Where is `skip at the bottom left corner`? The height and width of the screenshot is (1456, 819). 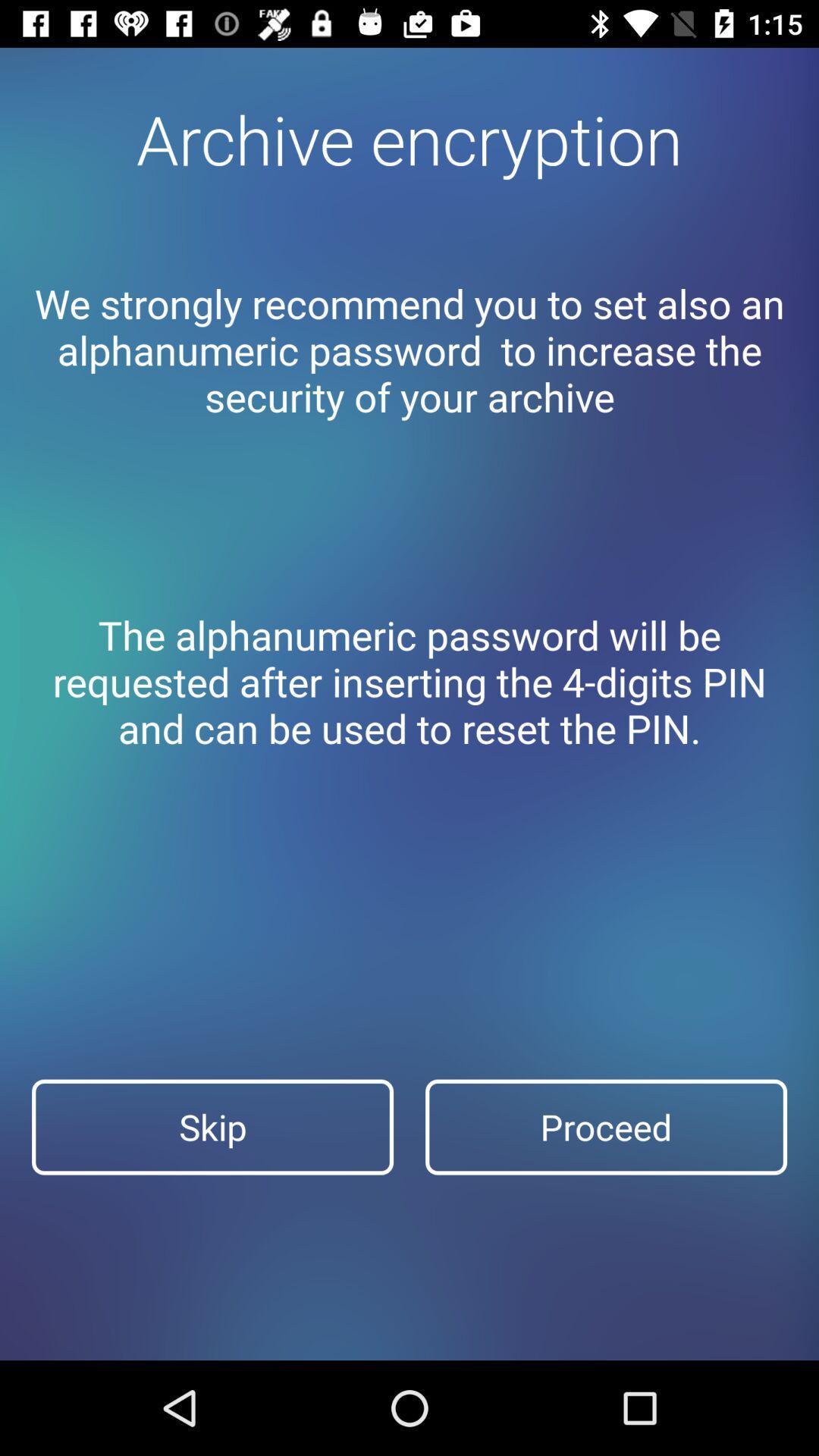
skip at the bottom left corner is located at coordinates (212, 1127).